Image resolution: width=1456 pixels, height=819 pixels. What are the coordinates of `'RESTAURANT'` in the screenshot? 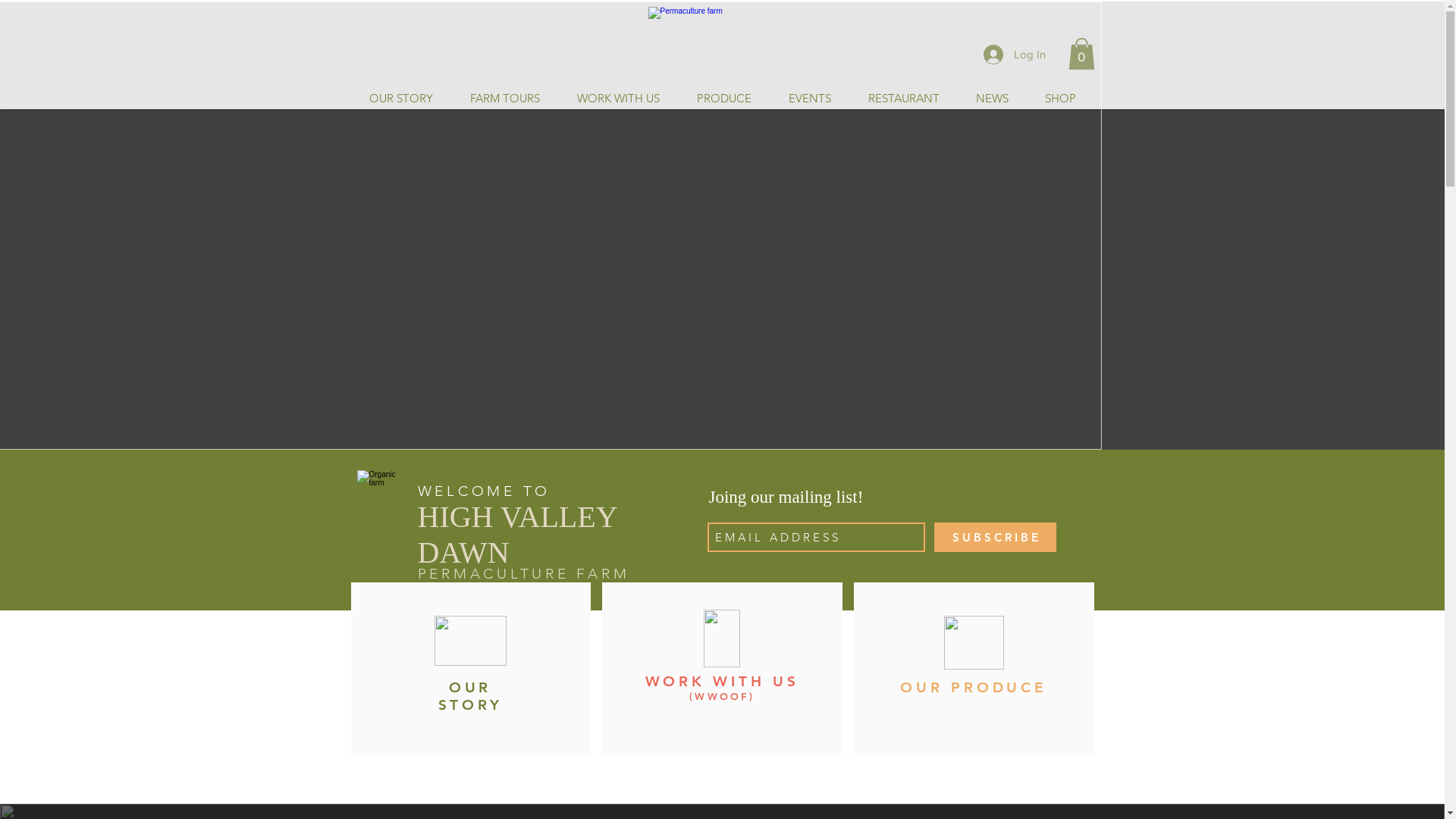 It's located at (848, 99).